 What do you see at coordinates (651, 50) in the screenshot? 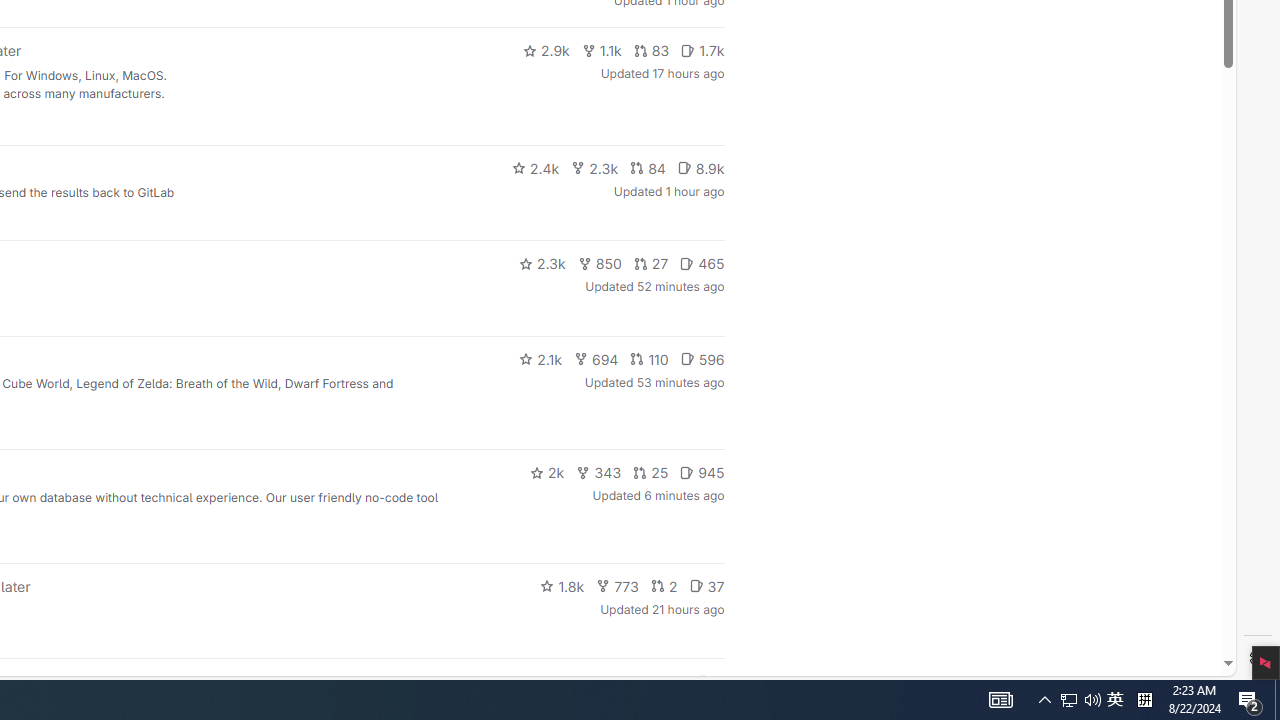
I see `'83'` at bounding box center [651, 50].